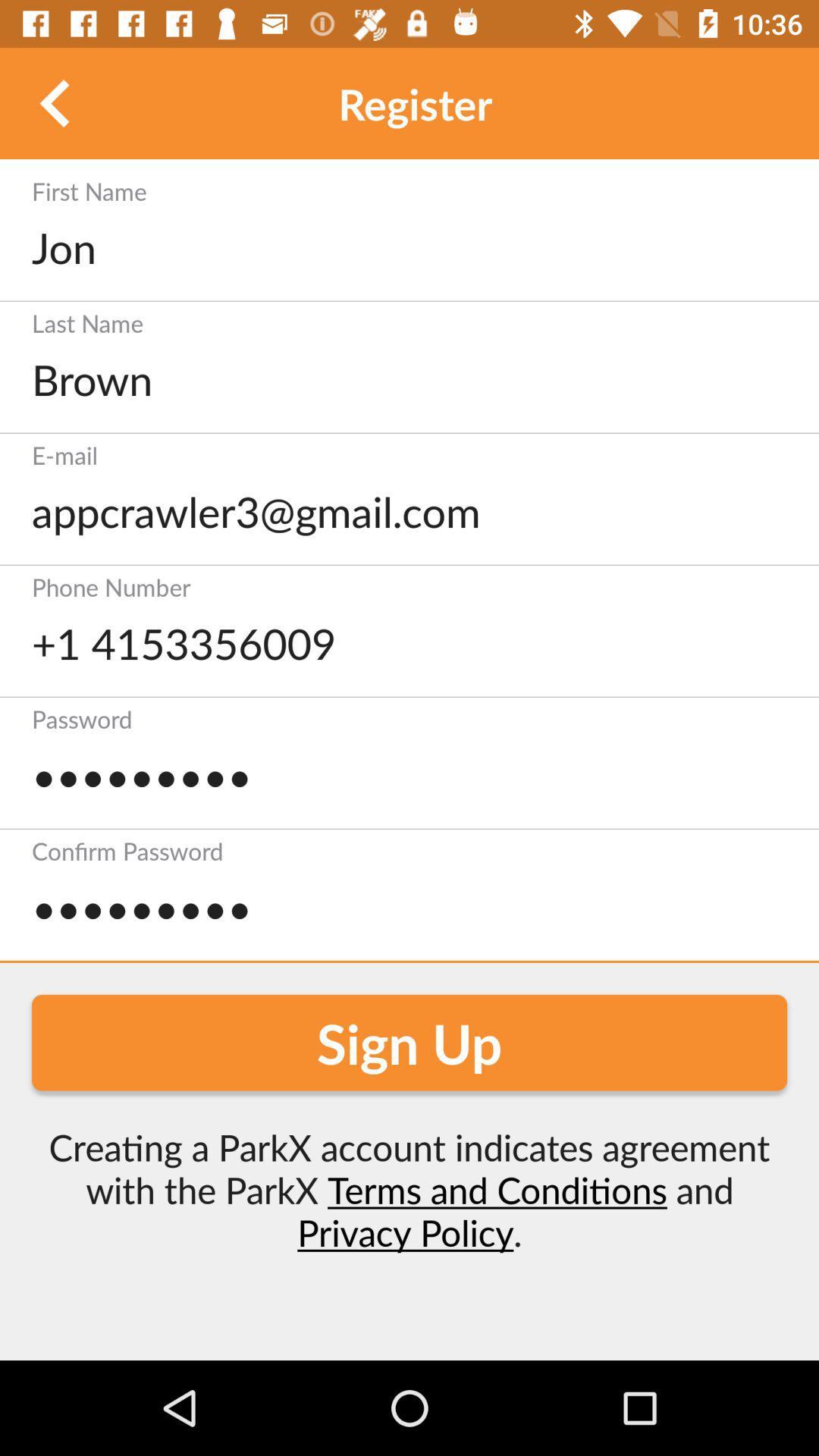 The image size is (819, 1456). What do you see at coordinates (55, 102) in the screenshot?
I see `back ward` at bounding box center [55, 102].